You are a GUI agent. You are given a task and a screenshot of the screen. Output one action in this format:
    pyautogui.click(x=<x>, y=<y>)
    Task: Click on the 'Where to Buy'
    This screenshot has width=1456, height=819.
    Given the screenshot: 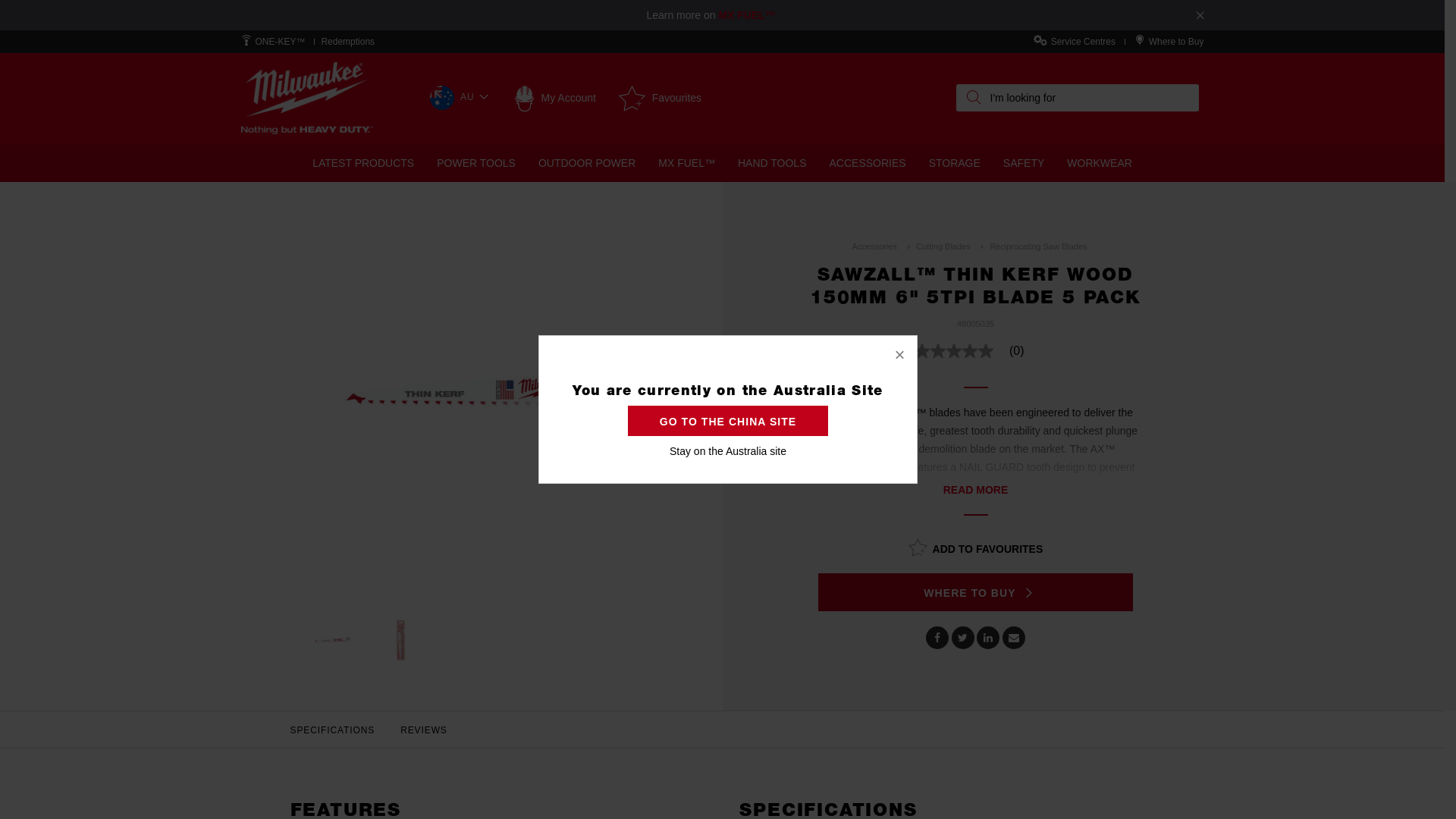 What is the action you would take?
    pyautogui.click(x=1175, y=40)
    